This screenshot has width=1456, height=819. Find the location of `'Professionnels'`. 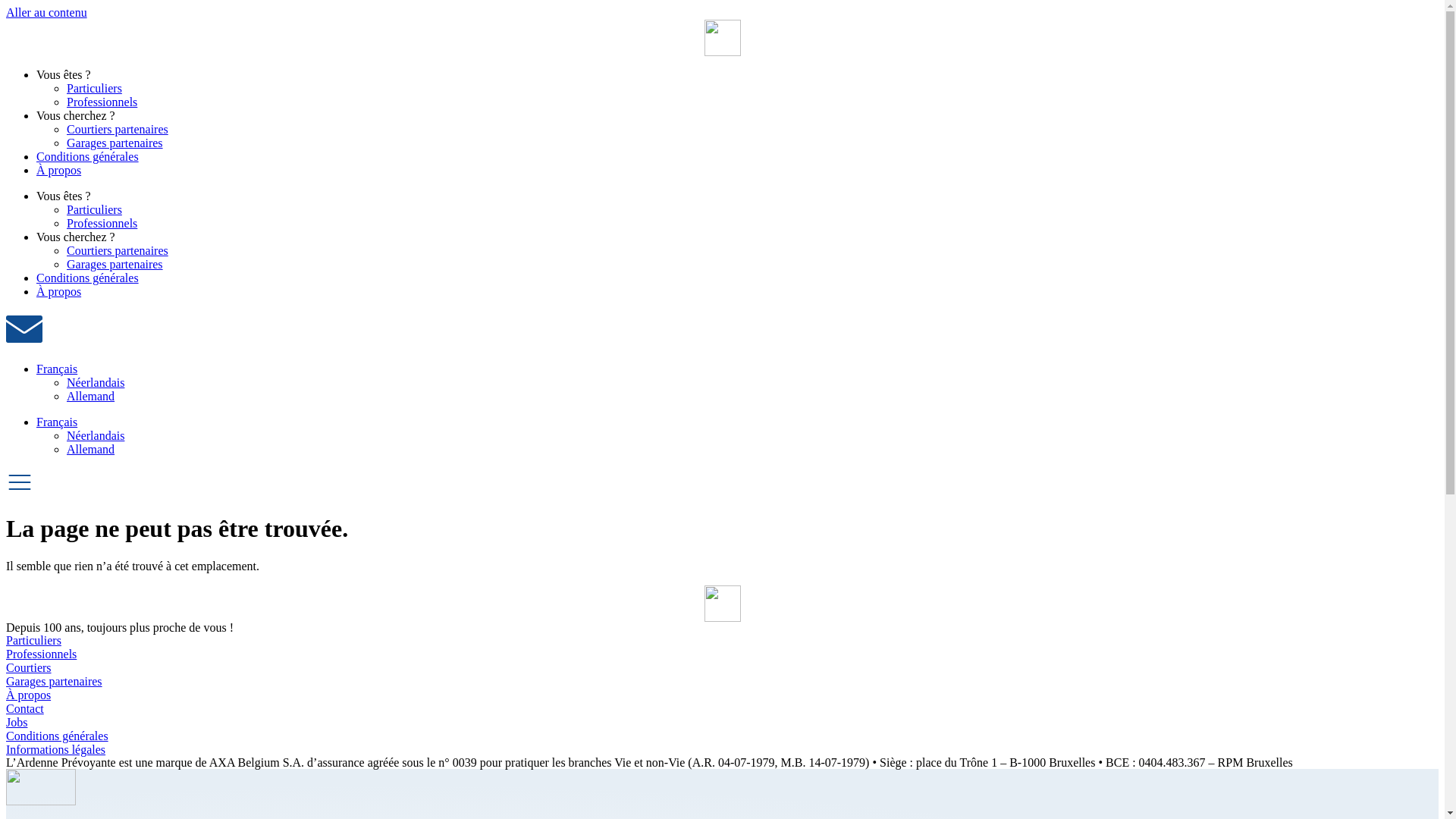

'Professionnels' is located at coordinates (101, 102).